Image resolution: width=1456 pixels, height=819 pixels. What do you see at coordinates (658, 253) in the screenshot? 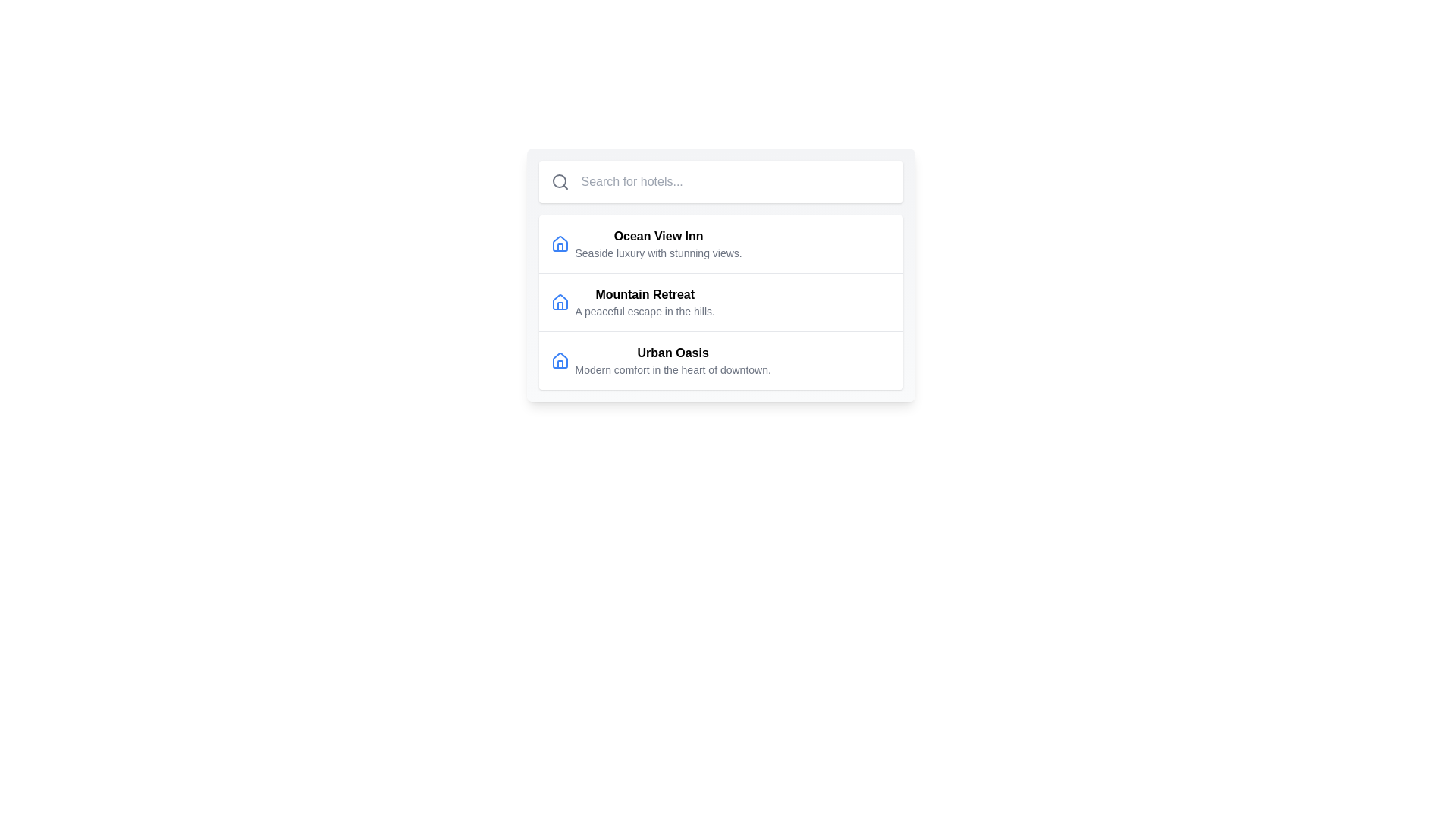
I see `the text label displaying 'Seaside luxury with stunning views.' located below the bold title 'Ocean View Inn' in the first item slot of the accommodations list` at bounding box center [658, 253].